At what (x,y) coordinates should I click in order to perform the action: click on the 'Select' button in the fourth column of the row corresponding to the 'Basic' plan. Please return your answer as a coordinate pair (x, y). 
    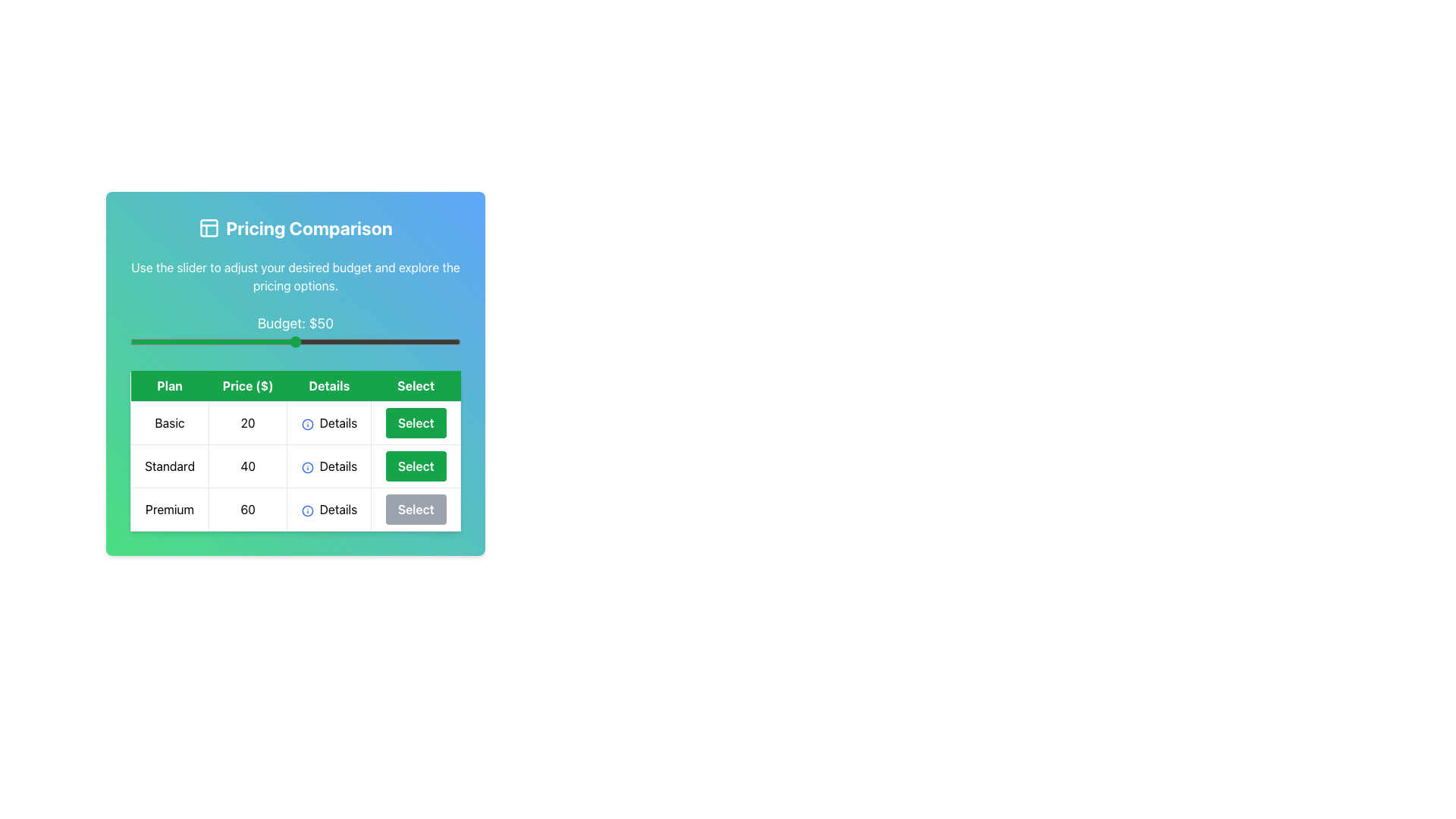
    Looking at the image, I should click on (416, 423).